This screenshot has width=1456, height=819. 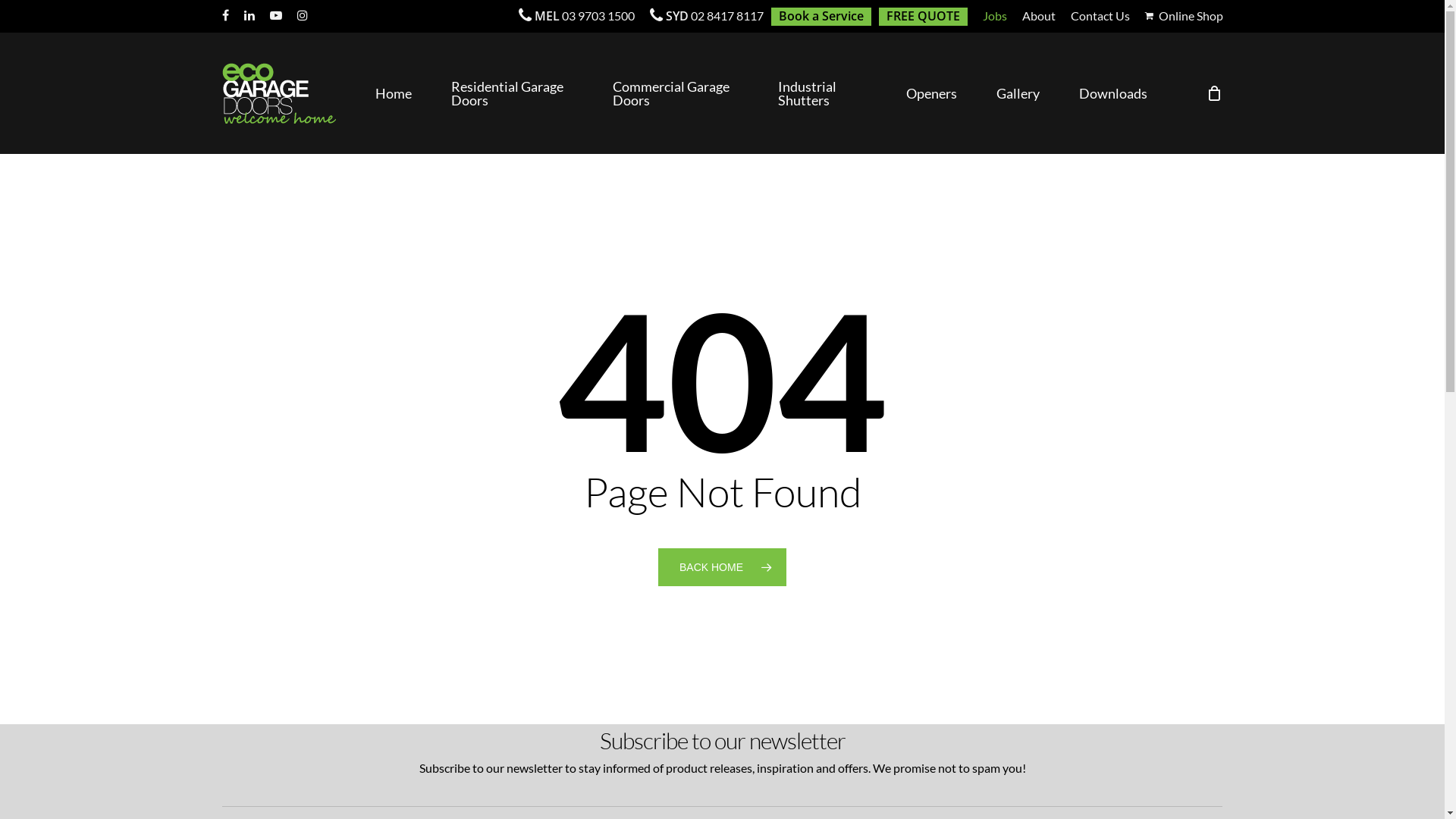 What do you see at coordinates (983, 17) in the screenshot?
I see `'Jobs'` at bounding box center [983, 17].